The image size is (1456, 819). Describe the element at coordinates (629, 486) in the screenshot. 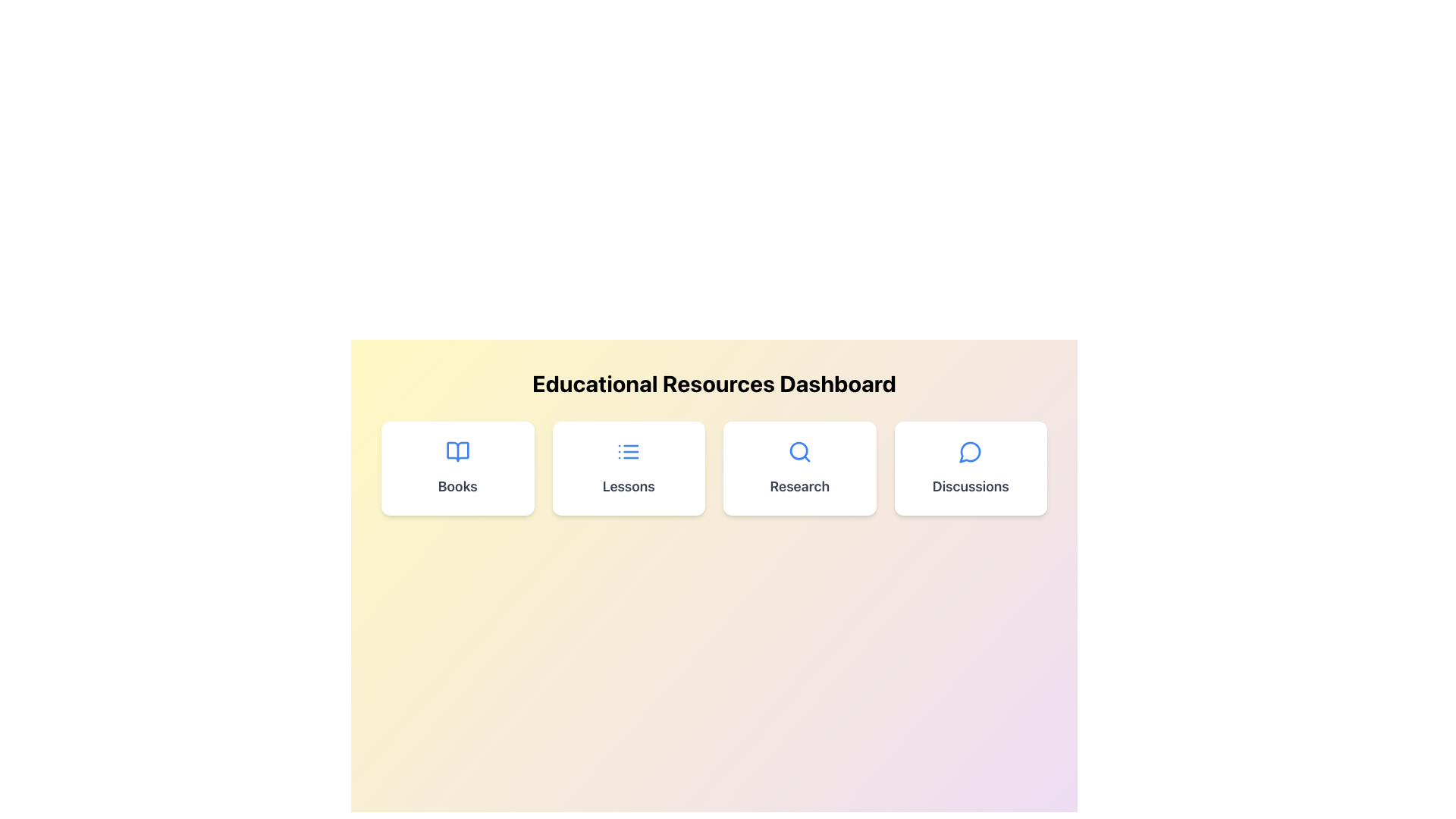

I see `'Lessons' text label, which is bold and dark gray, located at the bottom of its white rounded rectangular card in the Educational Resources Dashboard` at that location.